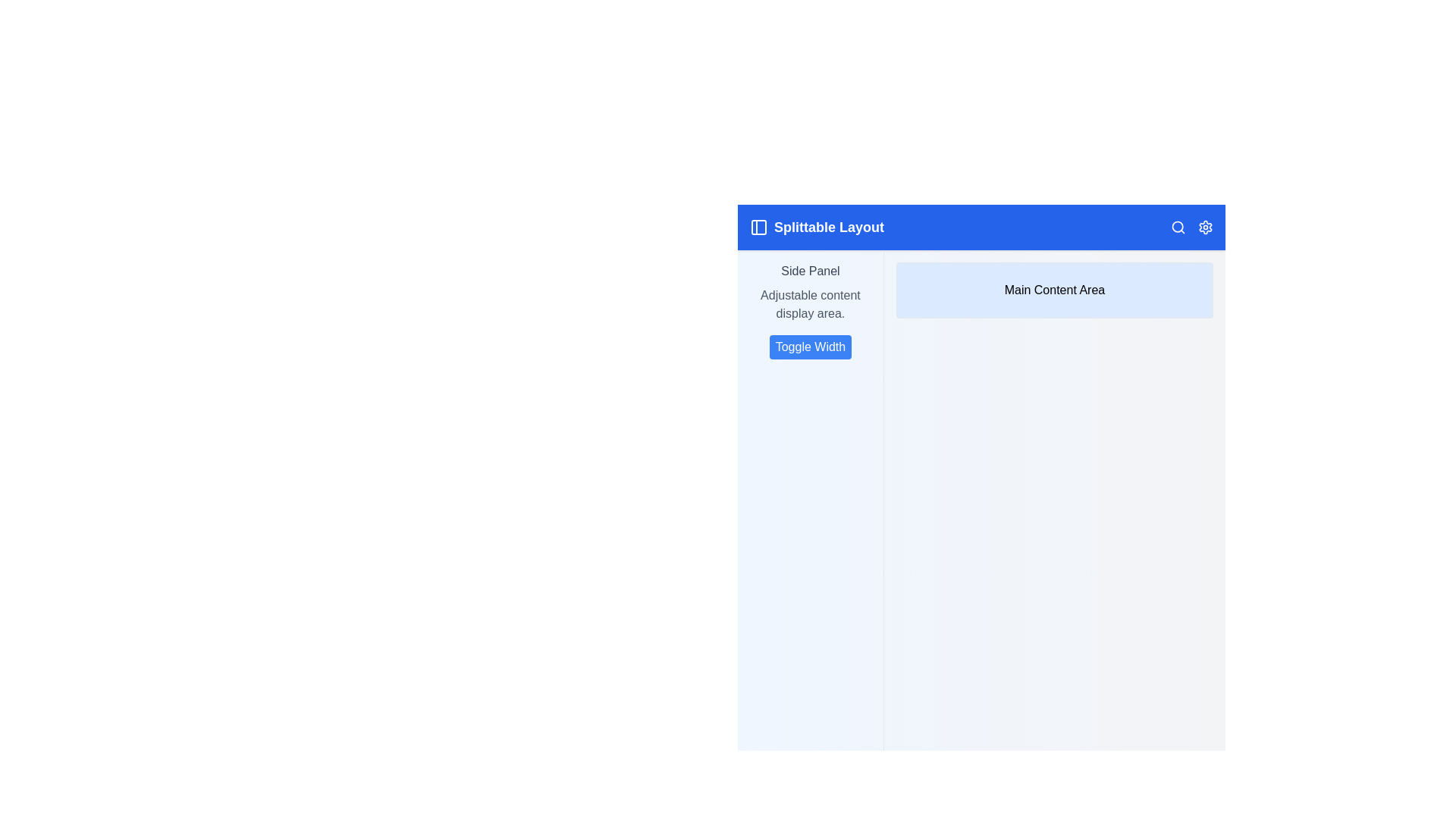 The image size is (1456, 819). Describe the element at coordinates (828, 227) in the screenshot. I see `text displayed in bold, large font titled 'Splittable Layout', located in the top horizontal blue bar, centered towards the left side, next to a graphical icon` at that location.